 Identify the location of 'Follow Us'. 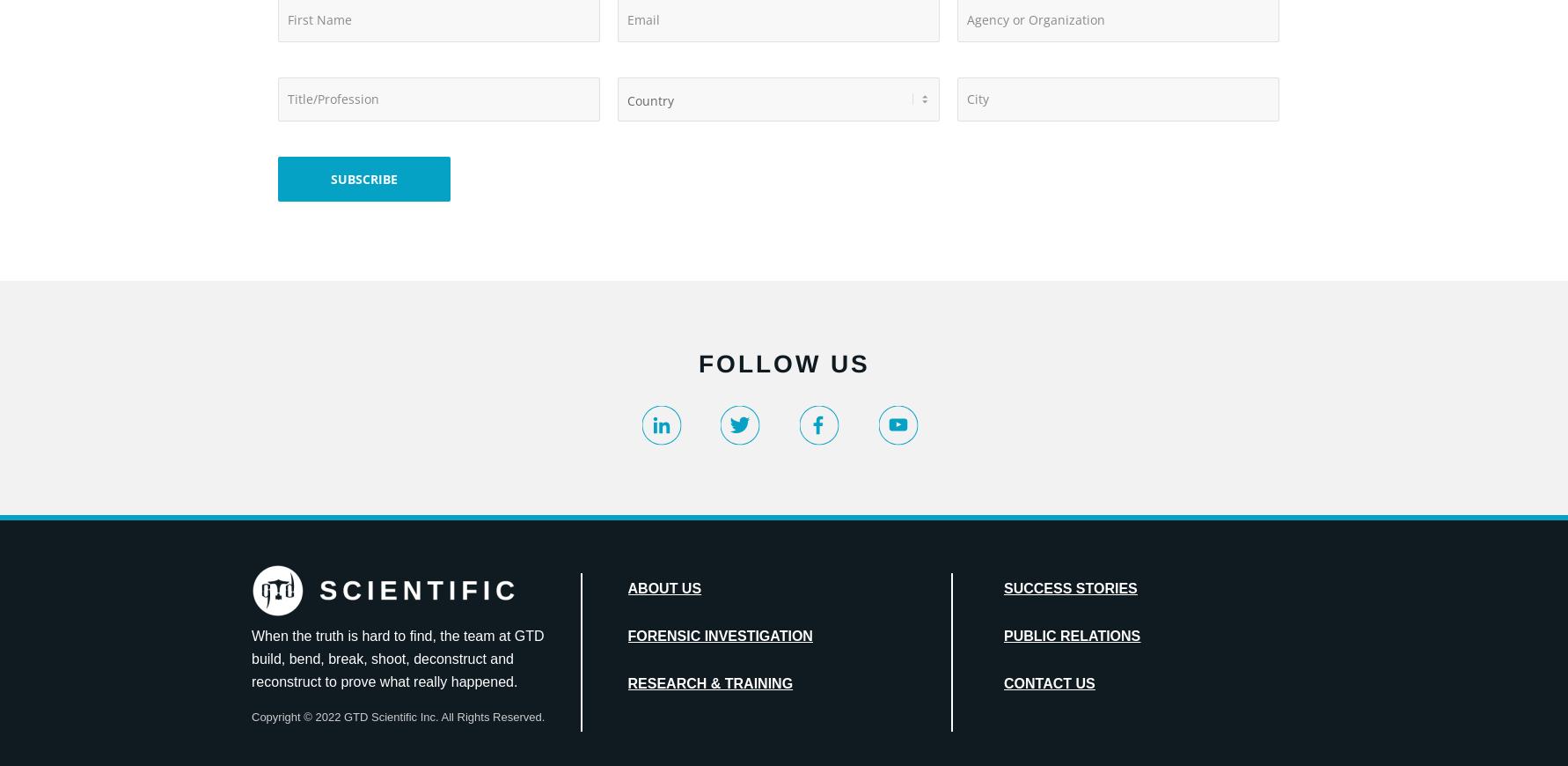
(782, 364).